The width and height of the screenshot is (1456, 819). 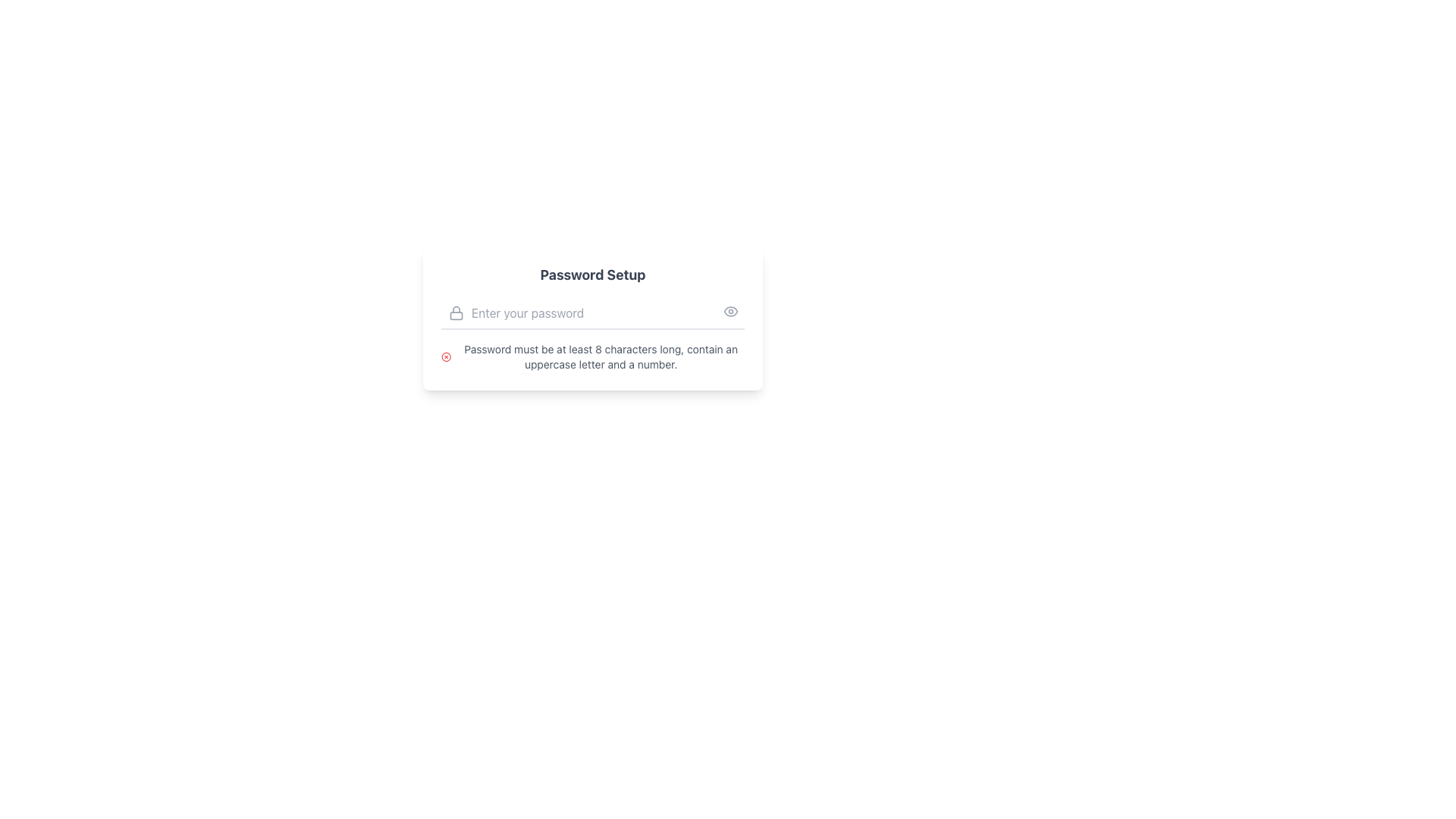 I want to click on the bottom part of the lock graphic represented by the rectangular SVG shape, which indicates the locked state of the password field, so click(x=455, y=315).